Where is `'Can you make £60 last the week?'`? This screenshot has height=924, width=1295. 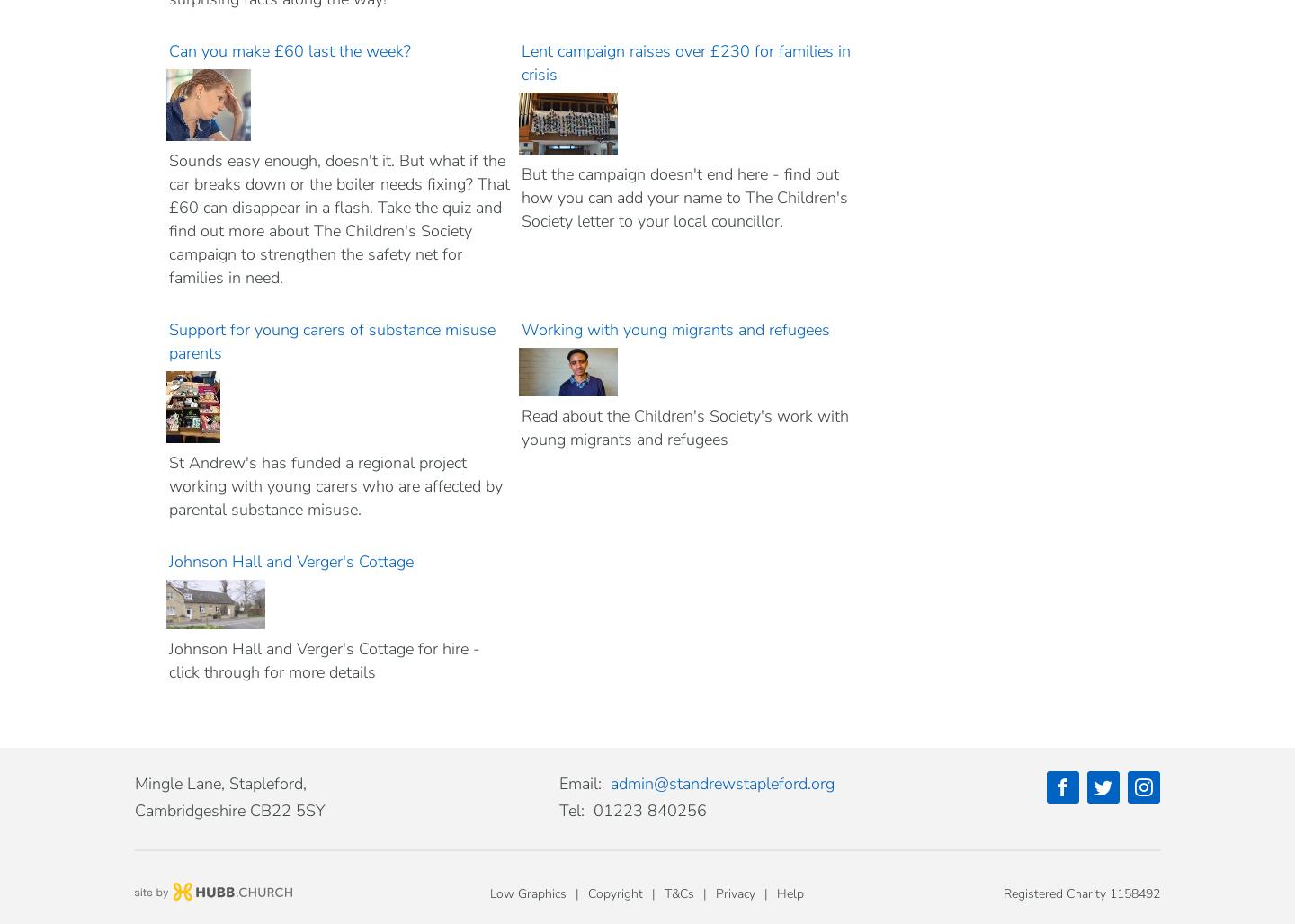
'Can you make £60 last the week?' is located at coordinates (169, 50).